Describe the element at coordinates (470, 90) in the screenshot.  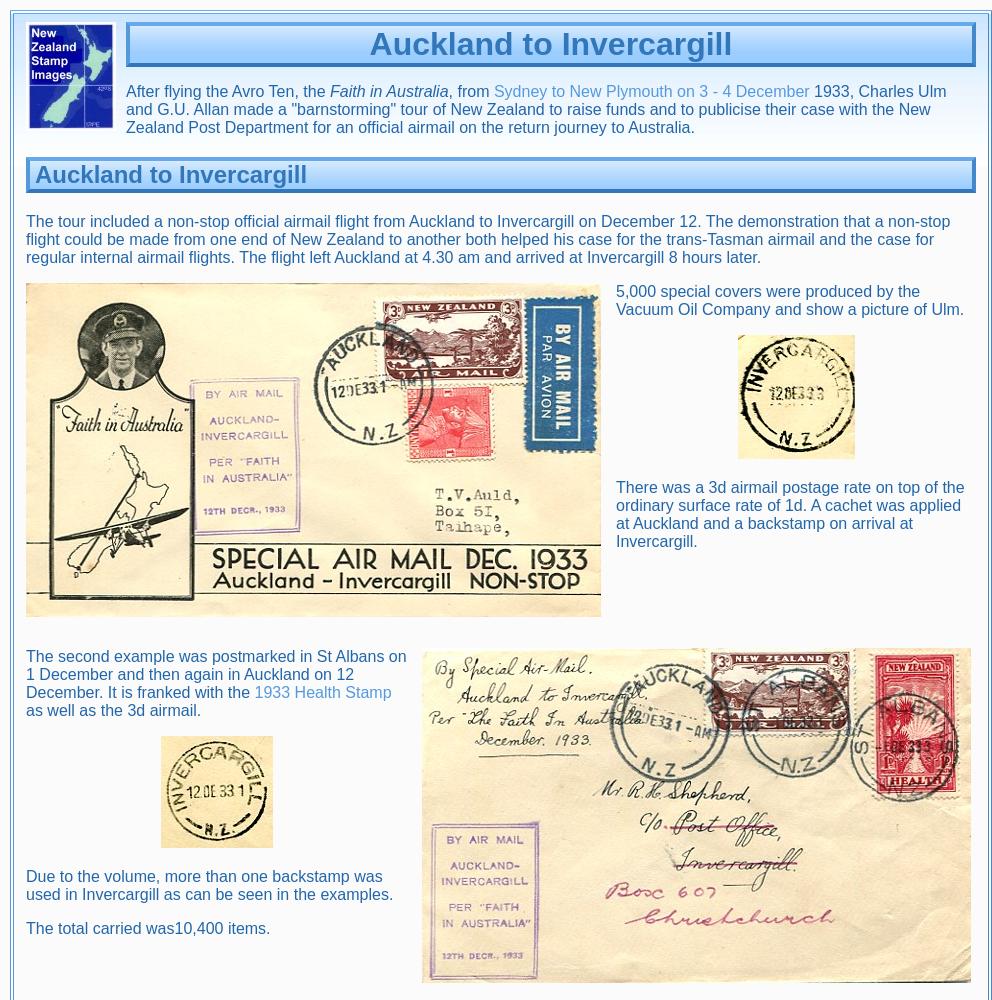
I see `',
from'` at that location.